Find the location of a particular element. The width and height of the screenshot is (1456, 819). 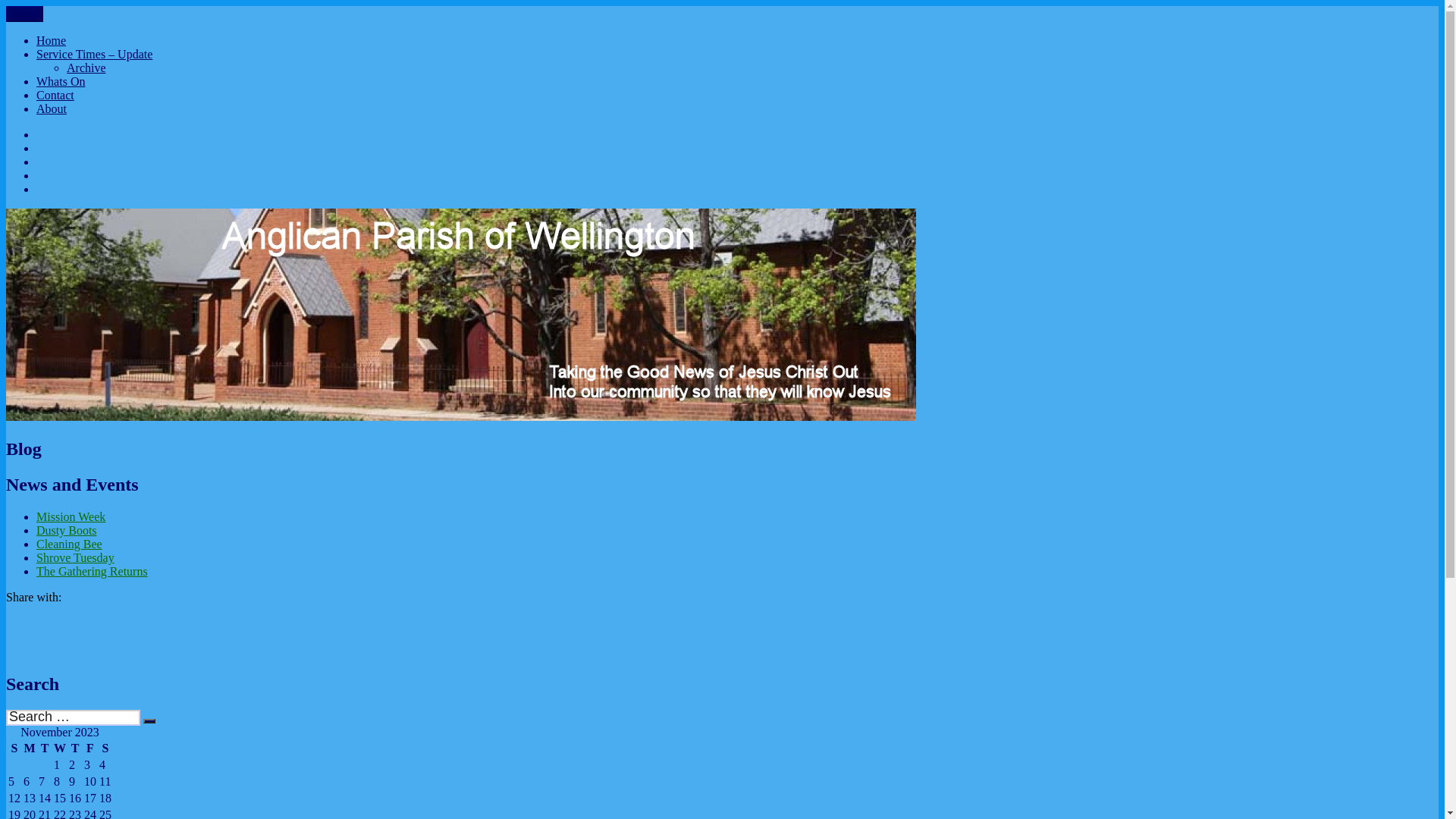

'Archive' is located at coordinates (86, 67).